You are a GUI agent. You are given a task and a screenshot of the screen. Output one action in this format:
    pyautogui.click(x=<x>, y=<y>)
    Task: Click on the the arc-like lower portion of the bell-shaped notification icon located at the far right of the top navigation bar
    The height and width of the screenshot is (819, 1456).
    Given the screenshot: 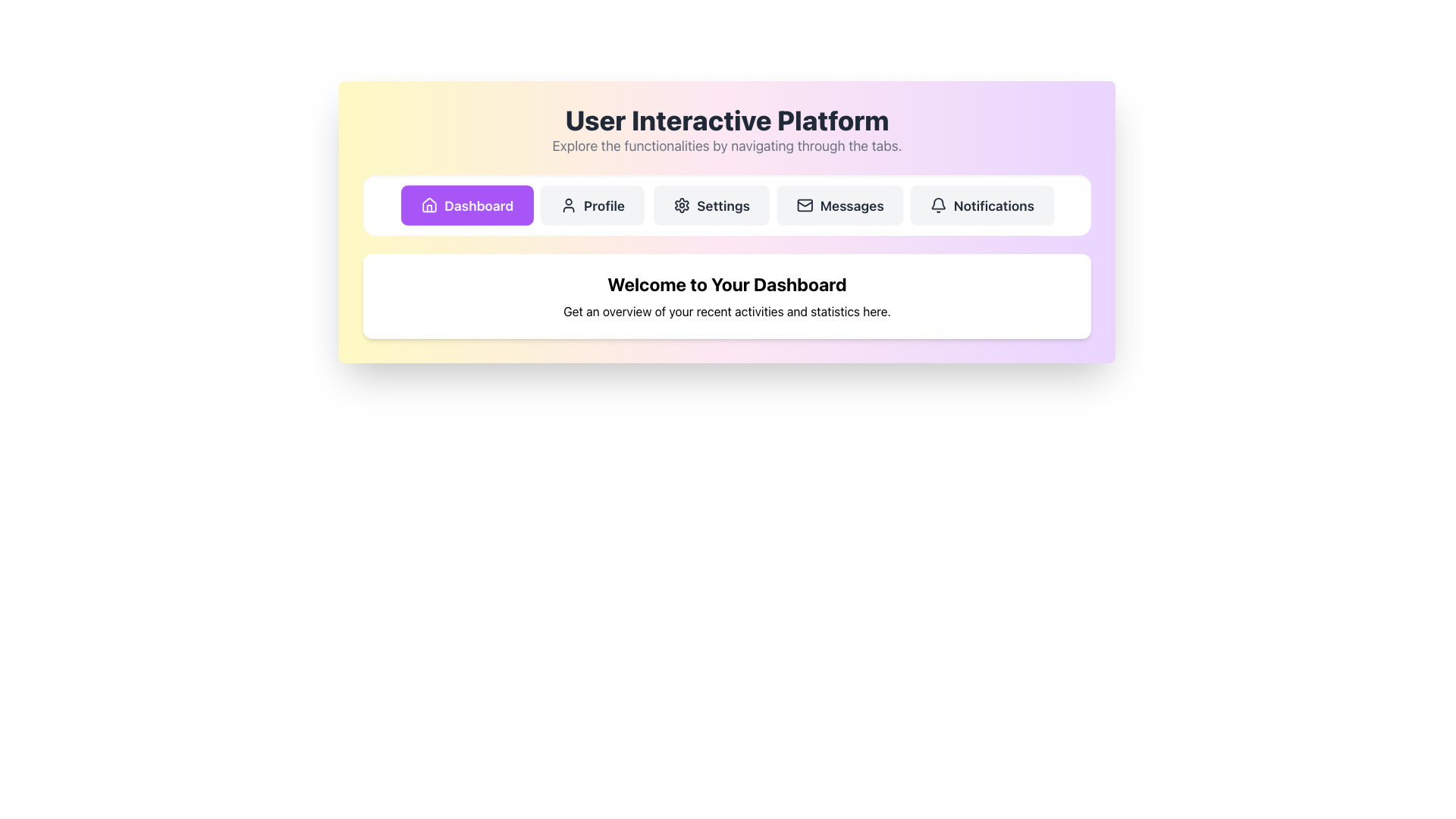 What is the action you would take?
    pyautogui.click(x=937, y=202)
    